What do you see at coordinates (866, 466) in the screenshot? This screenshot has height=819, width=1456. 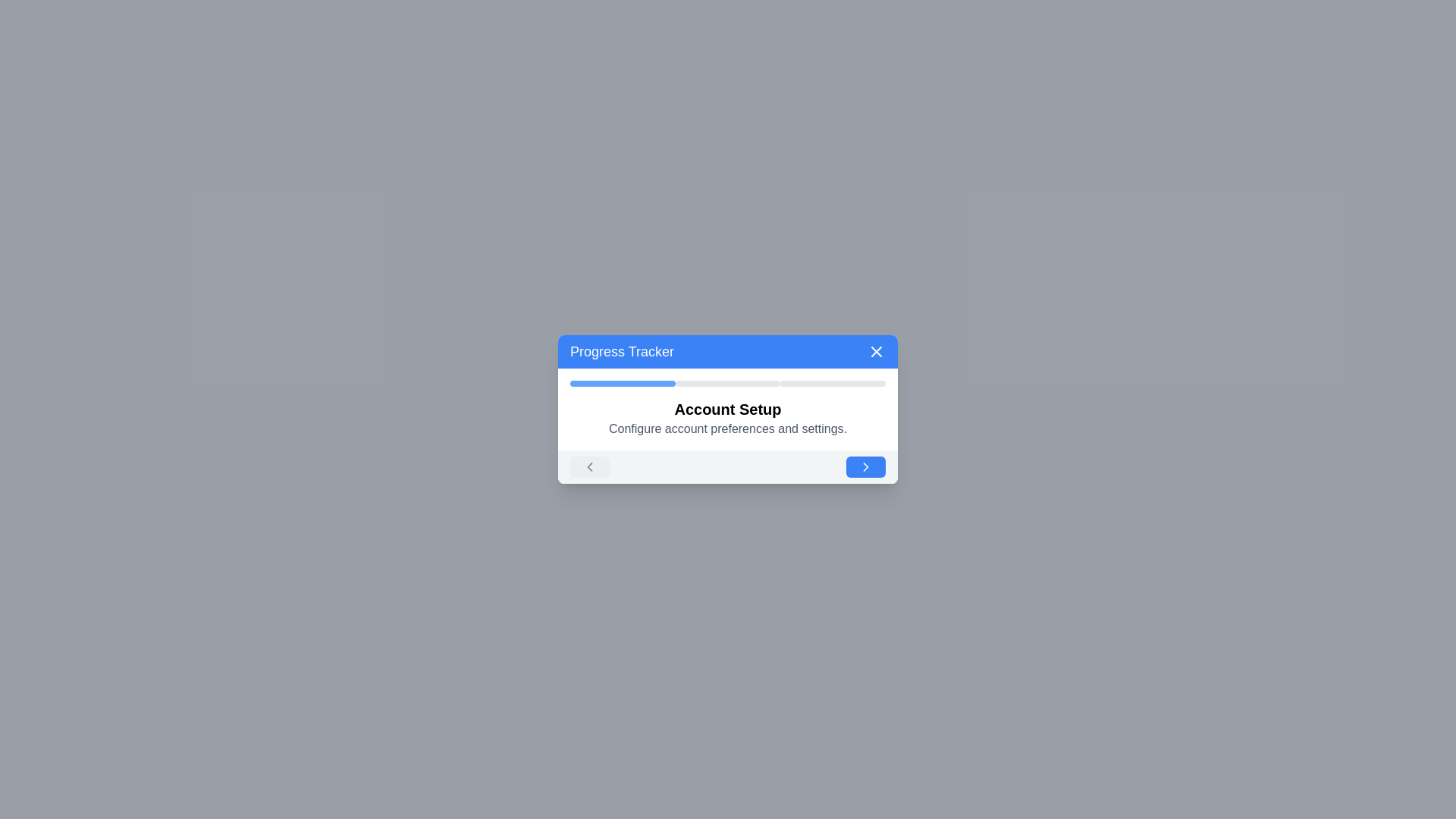 I see `the blue rectangular button with rounded corners and a forward arrow icon, located near the bottom-right corner of the dialog box` at bounding box center [866, 466].